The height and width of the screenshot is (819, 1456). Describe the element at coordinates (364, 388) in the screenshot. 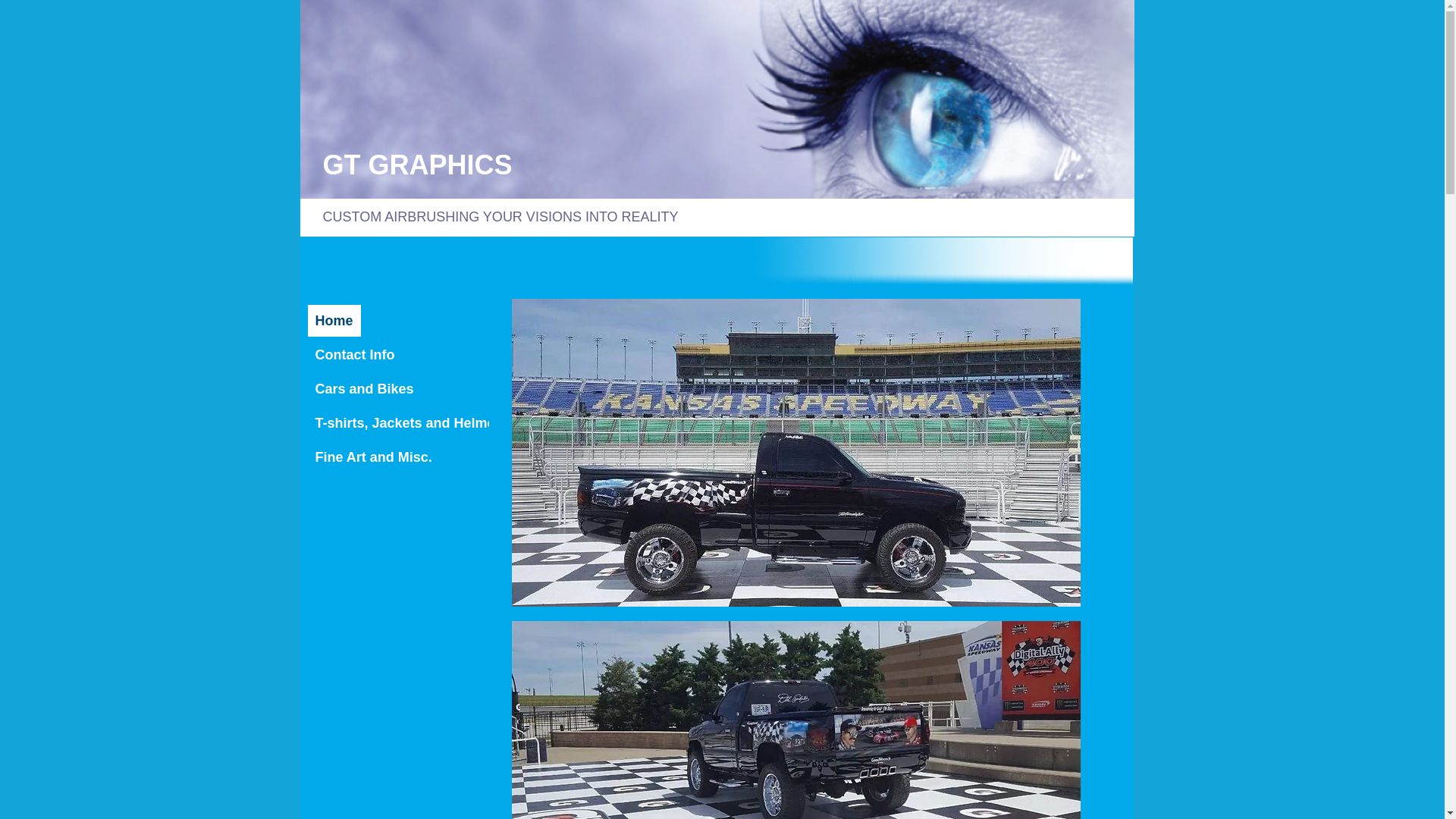

I see `'Cars and Bikes'` at that location.